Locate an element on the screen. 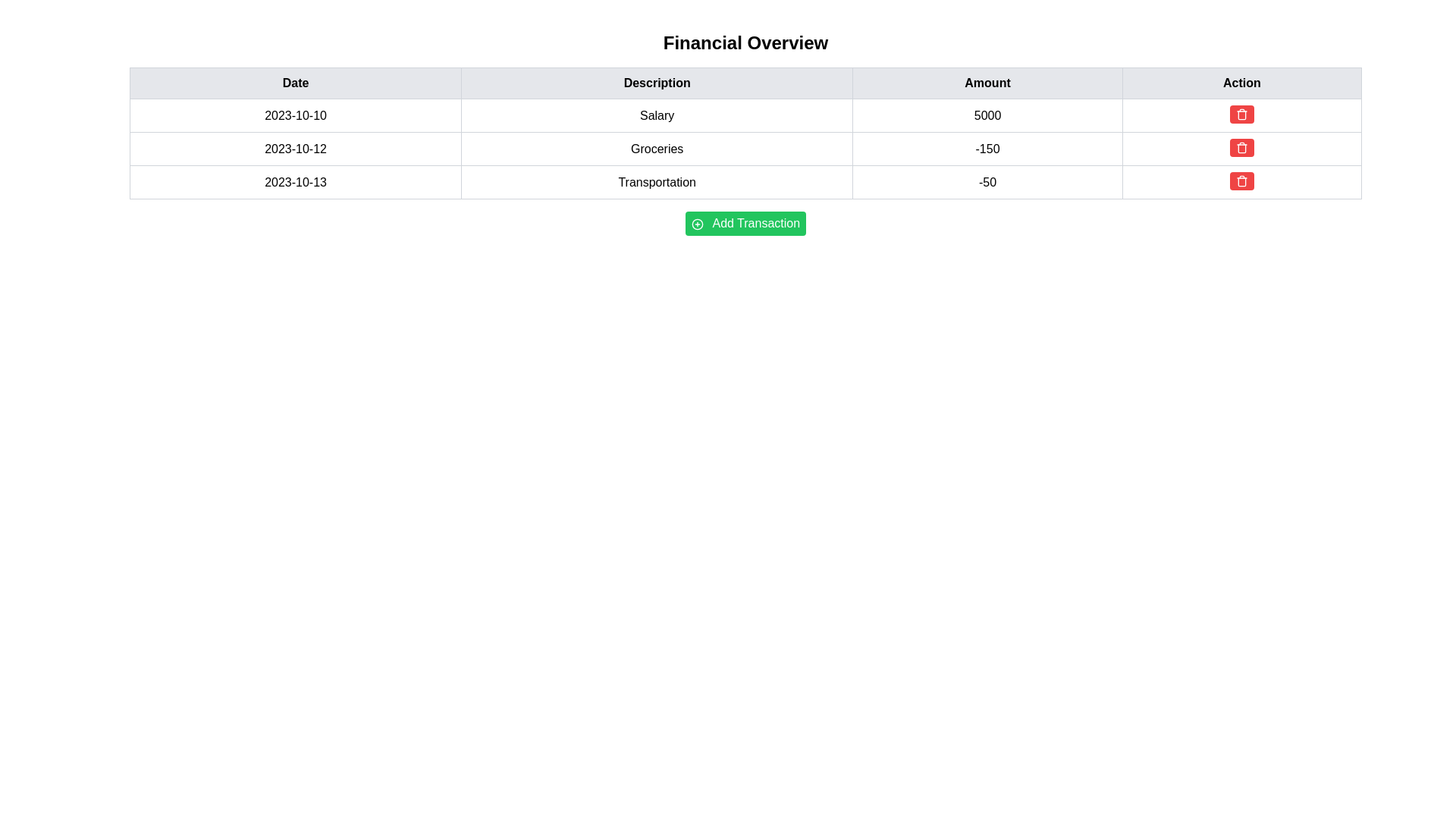 The image size is (1456, 819). the third table row representing the financial transaction entry for 2023-10-13 with the description 'Transportation' and amount '-50' is located at coordinates (745, 181).